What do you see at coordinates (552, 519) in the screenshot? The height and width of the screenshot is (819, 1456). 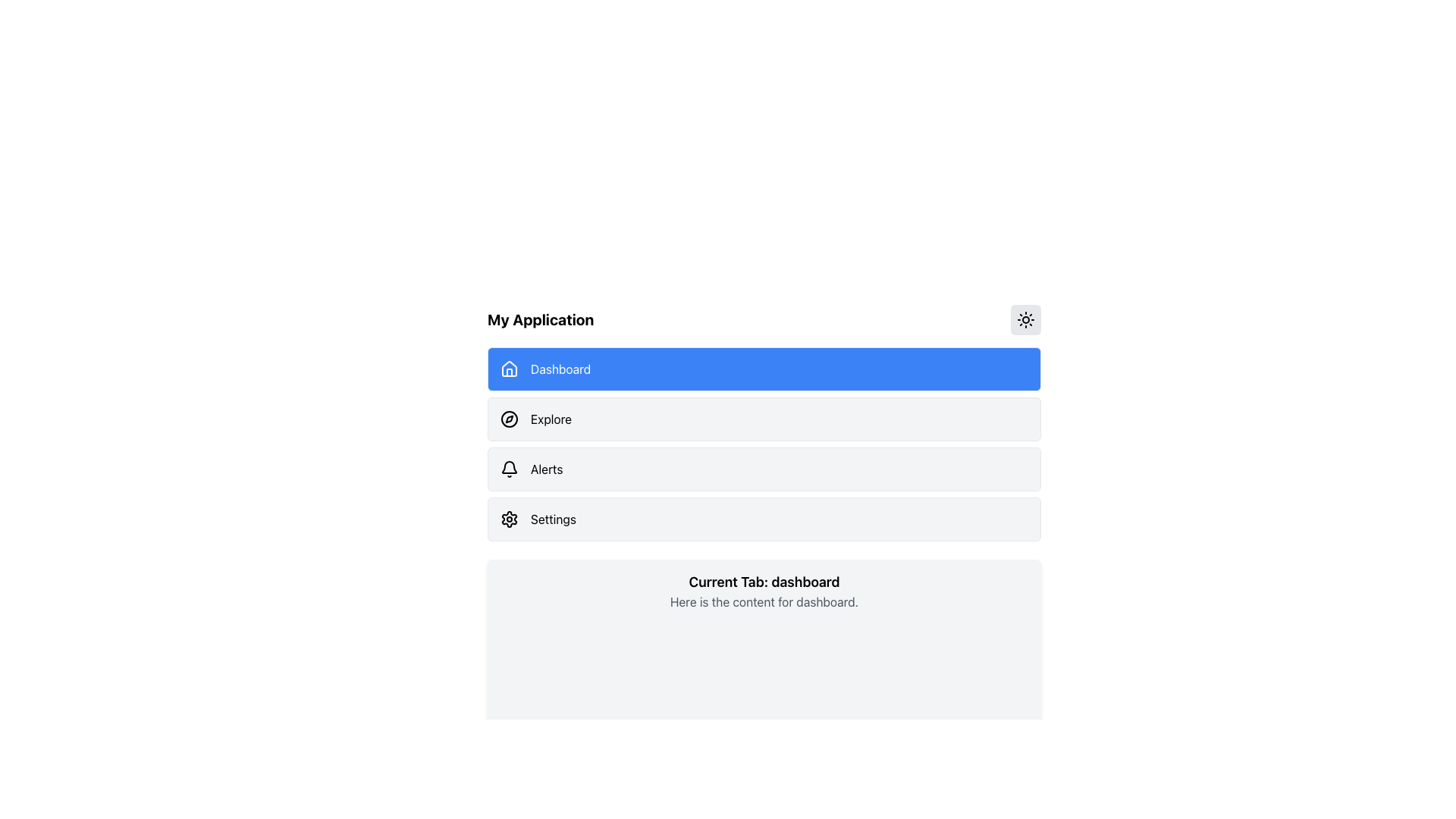 I see `the 'Settings' text label in the navigational menu` at bounding box center [552, 519].